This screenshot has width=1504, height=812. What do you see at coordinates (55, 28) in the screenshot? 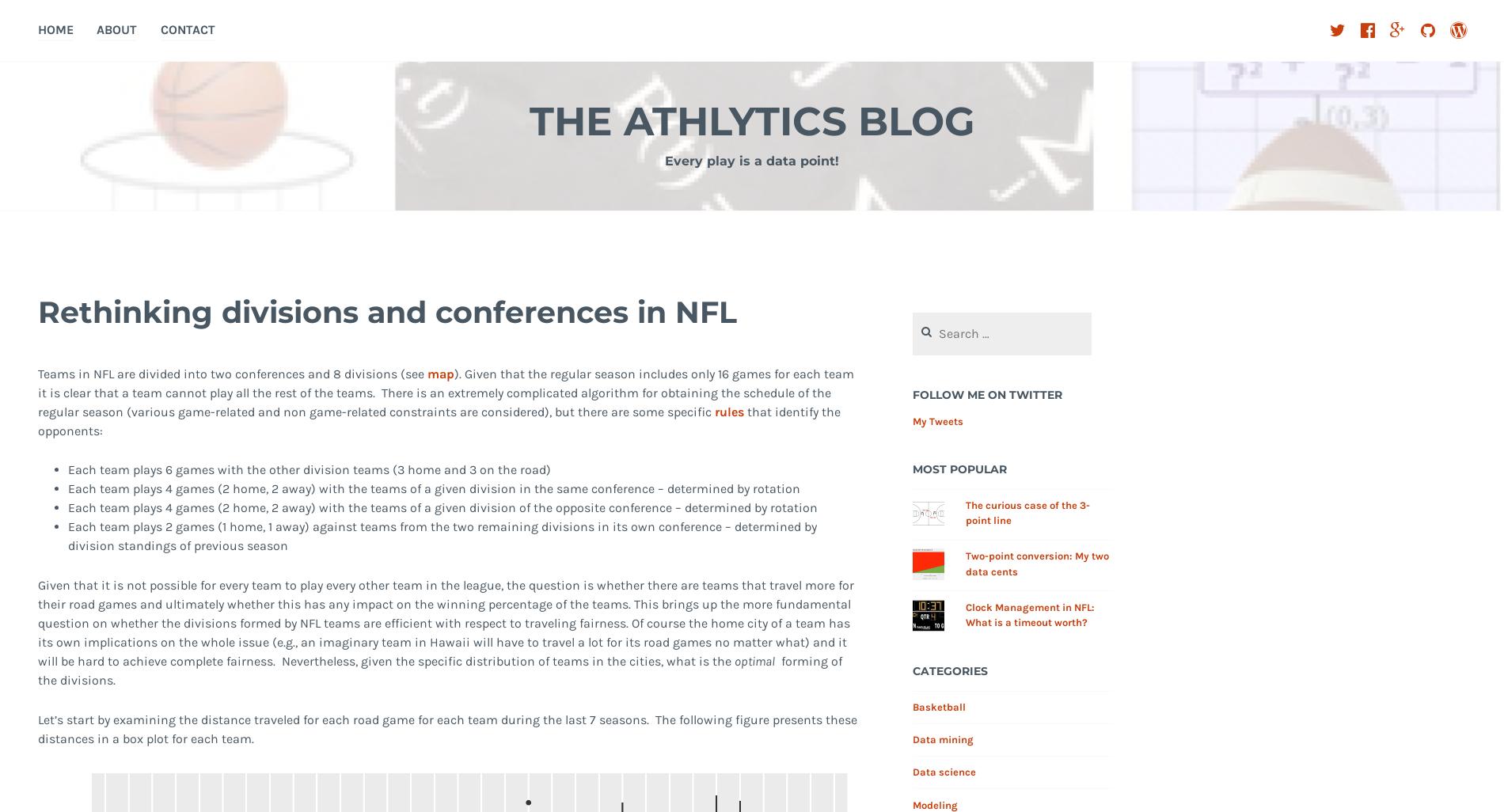
I see `'Home'` at bounding box center [55, 28].